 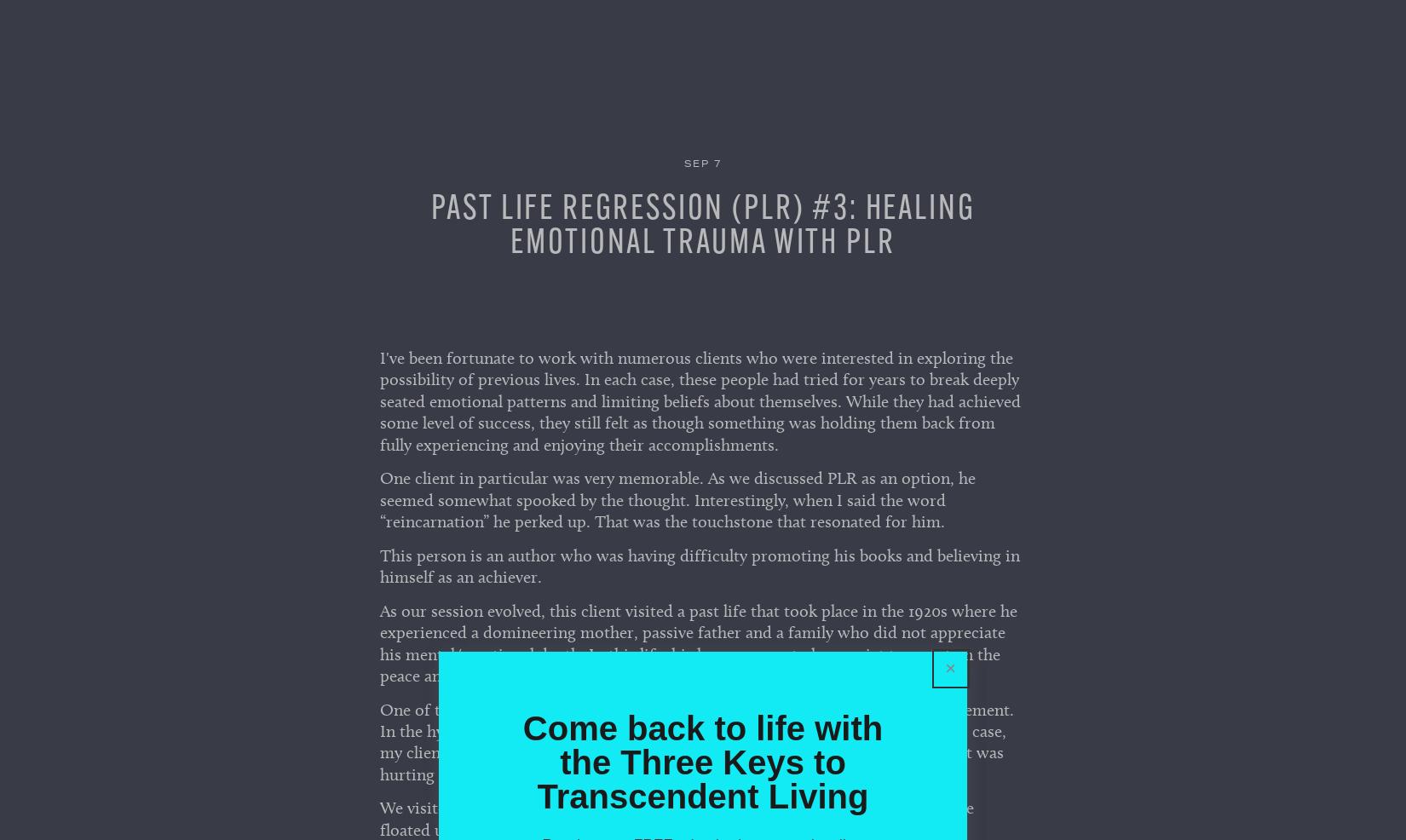 I want to click on 'Past Life Regression (PLR) #3: Healing Emotional Trauma with PLR', so click(x=429, y=233).